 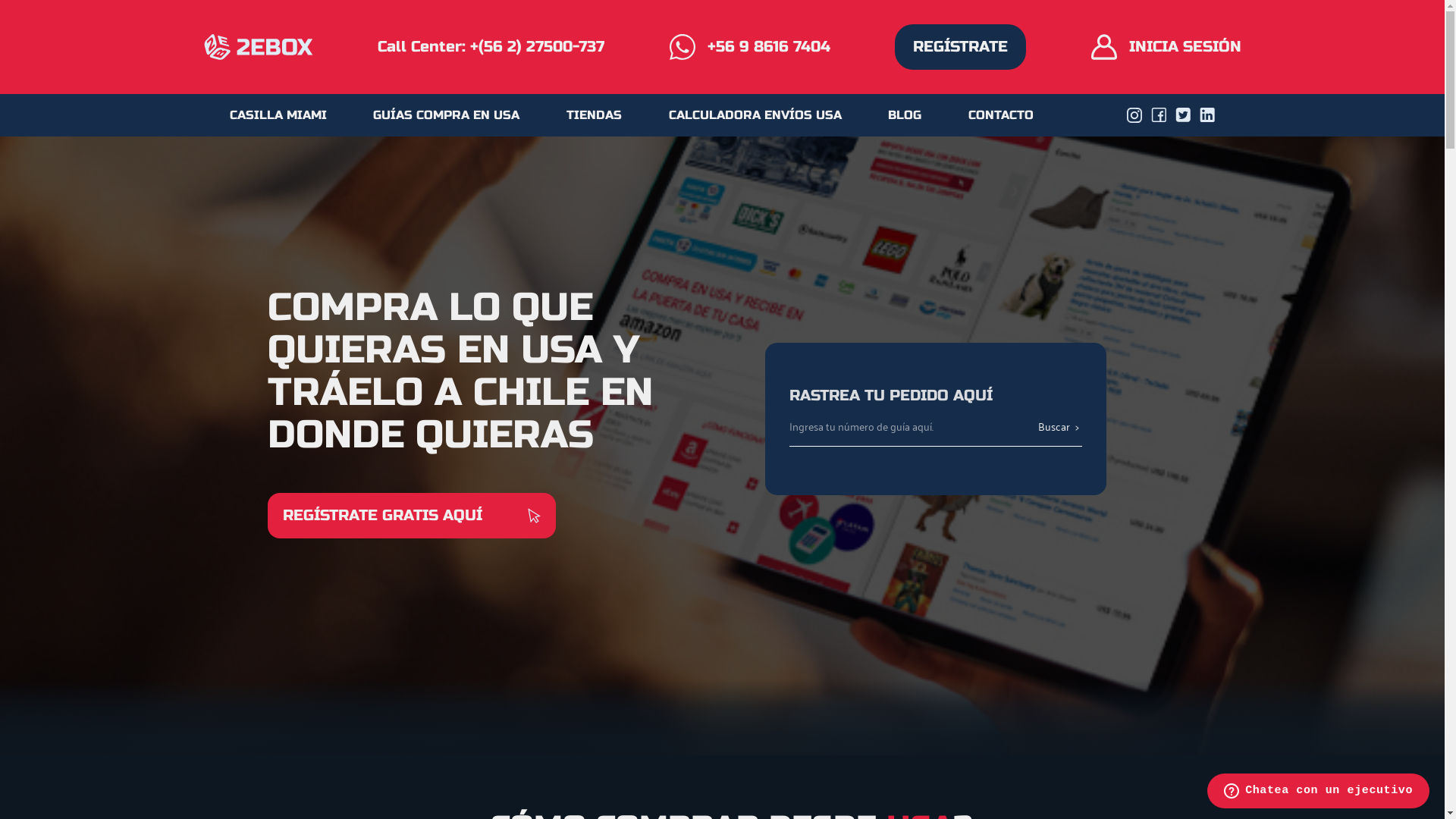 What do you see at coordinates (1317, 792) in the screenshot?
I see `'Opens a widget where you can find more information'` at bounding box center [1317, 792].